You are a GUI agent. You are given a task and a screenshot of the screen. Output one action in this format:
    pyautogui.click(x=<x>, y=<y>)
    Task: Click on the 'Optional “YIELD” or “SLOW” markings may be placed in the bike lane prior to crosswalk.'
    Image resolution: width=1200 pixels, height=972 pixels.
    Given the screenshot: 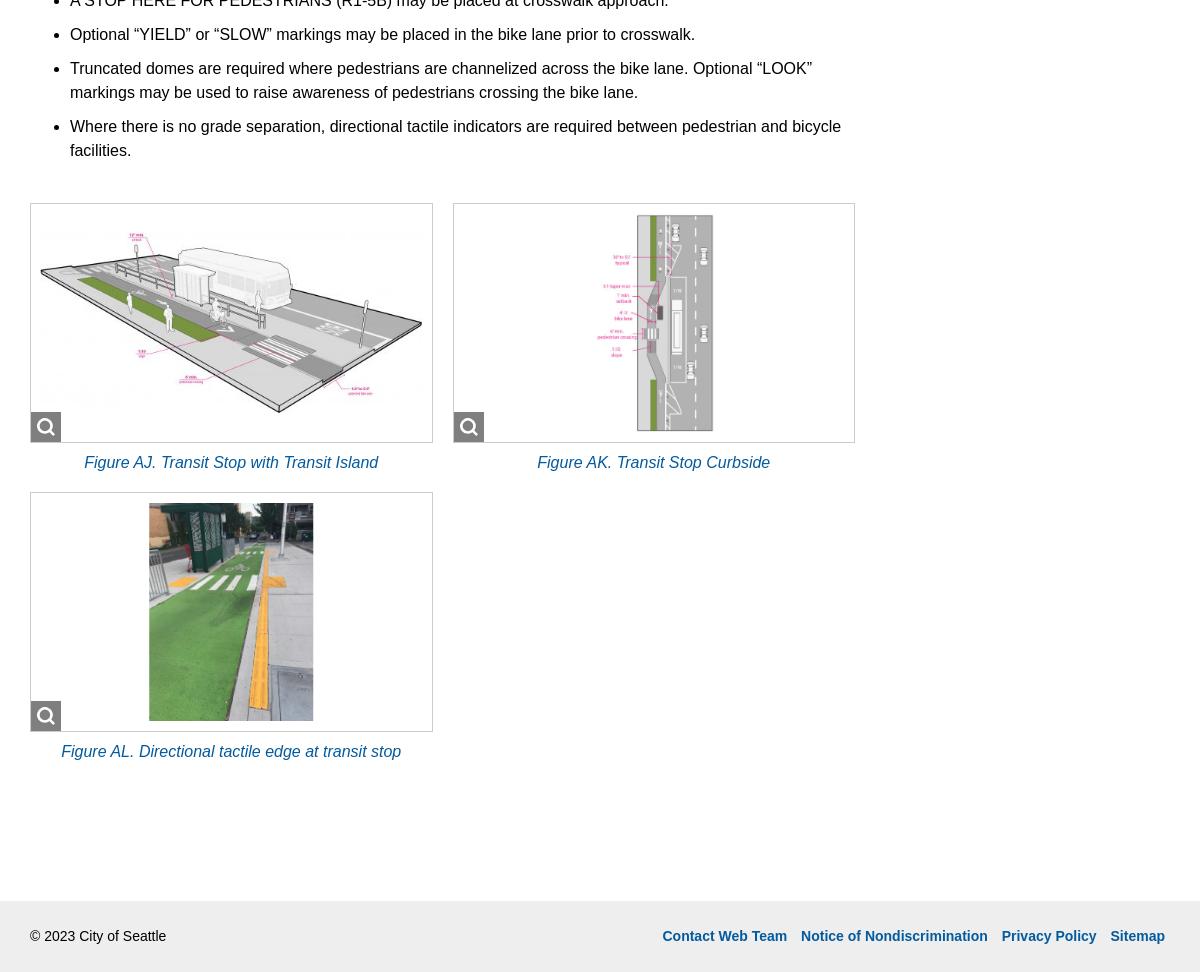 What is the action you would take?
    pyautogui.click(x=382, y=33)
    